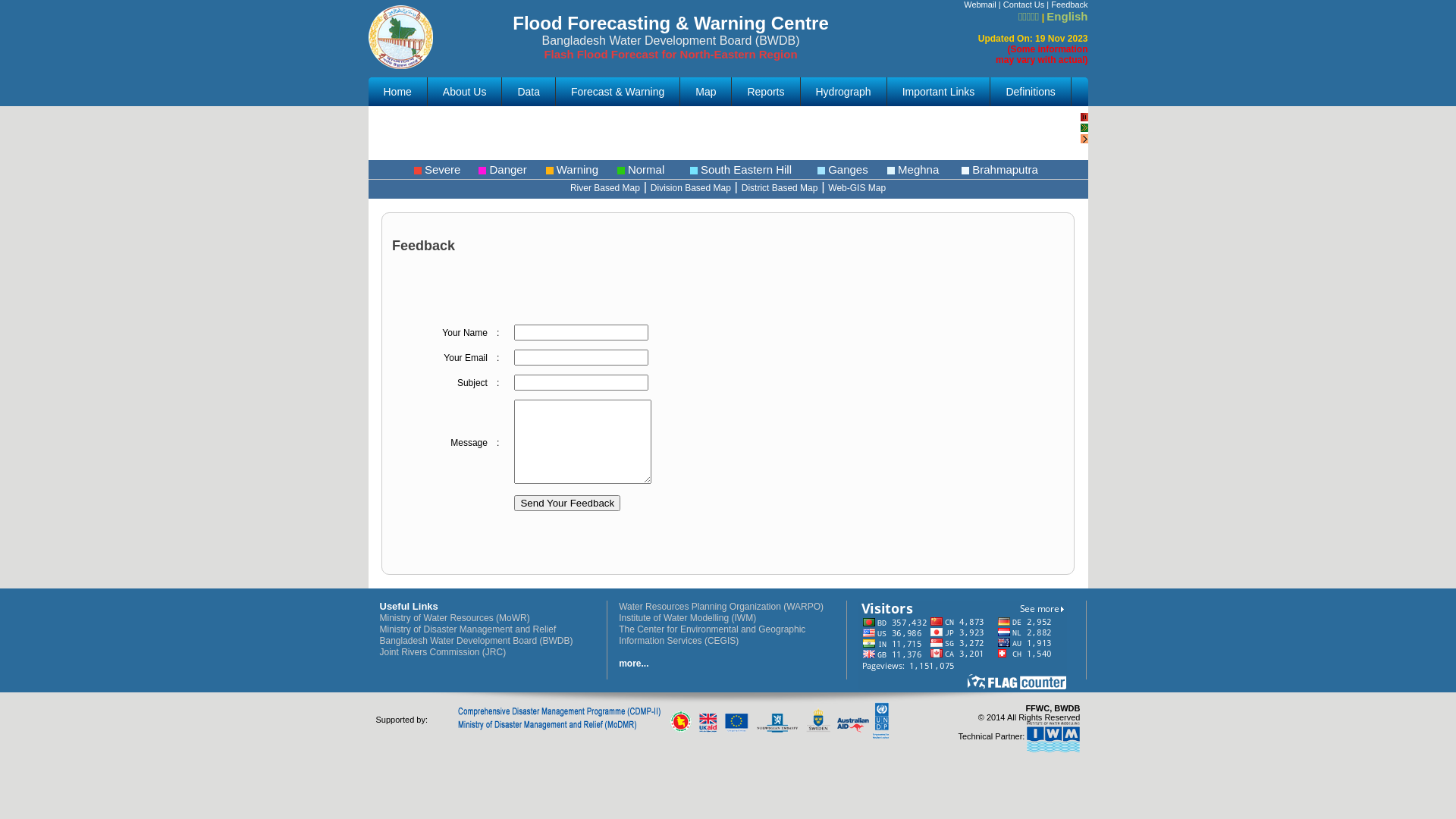 The height and width of the screenshot is (819, 1456). What do you see at coordinates (617, 91) in the screenshot?
I see `'Forecast & Warning'` at bounding box center [617, 91].